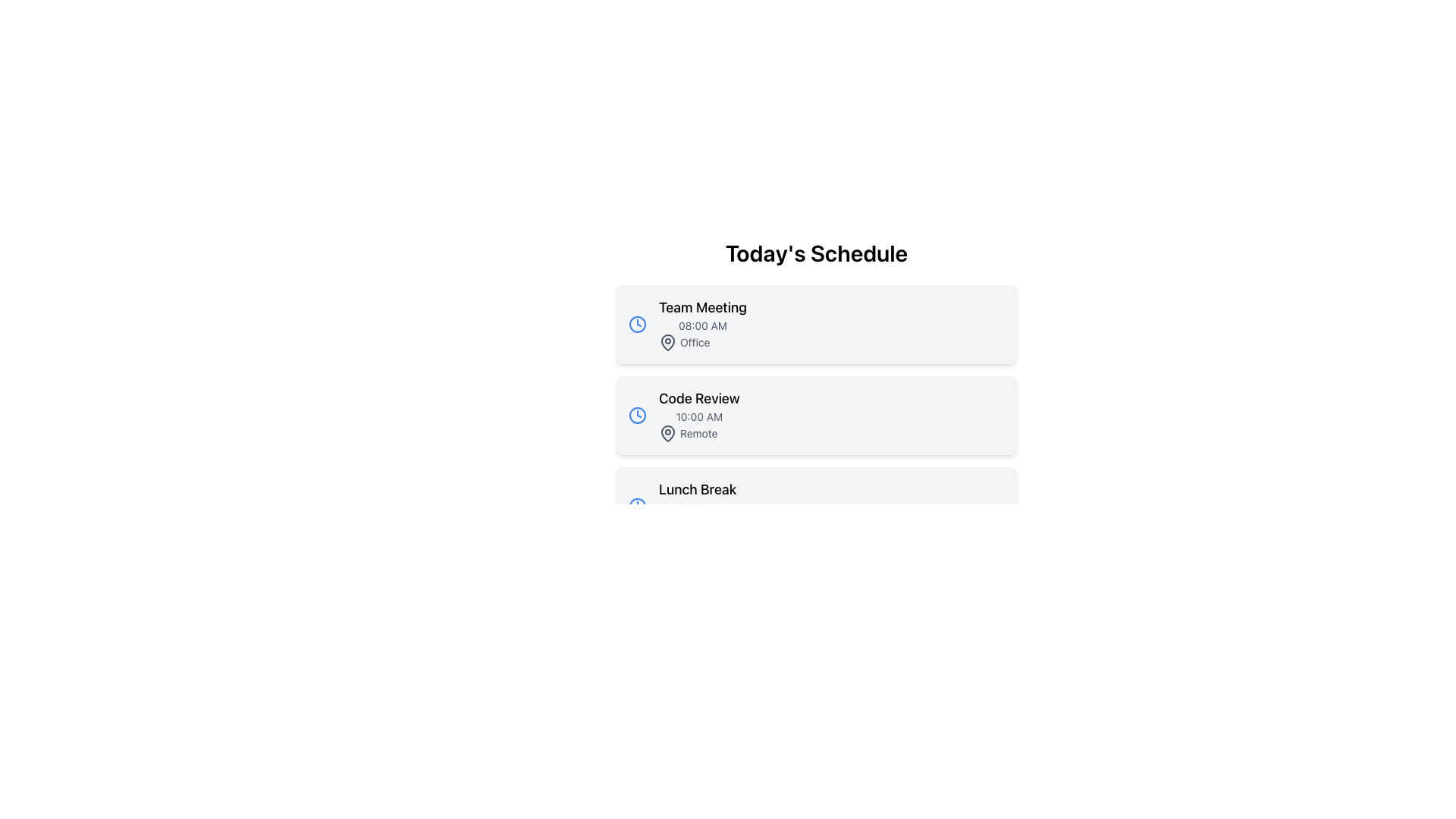 The width and height of the screenshot is (1456, 819). What do you see at coordinates (697, 489) in the screenshot?
I see `the Text Label that identifies the schedule entry in the third entry of 'Today's Schedule', positioned above the time and location details` at bounding box center [697, 489].